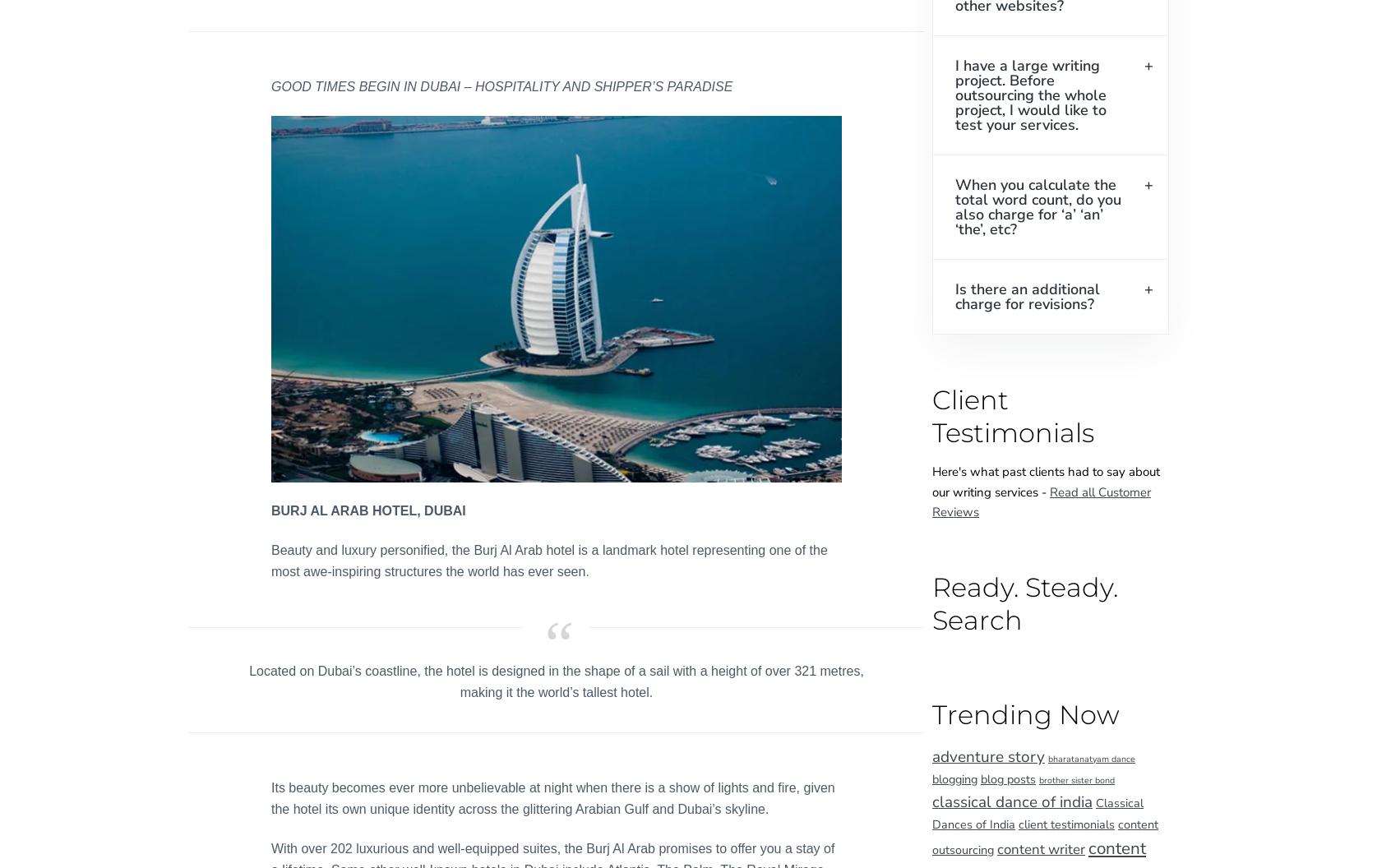 The width and height of the screenshot is (1391, 868). What do you see at coordinates (501, 85) in the screenshot?
I see `'GOOD TIMES BEGIN IN DUBAI – HOSPITALITY AND SHIPPER’S PARADISE'` at bounding box center [501, 85].